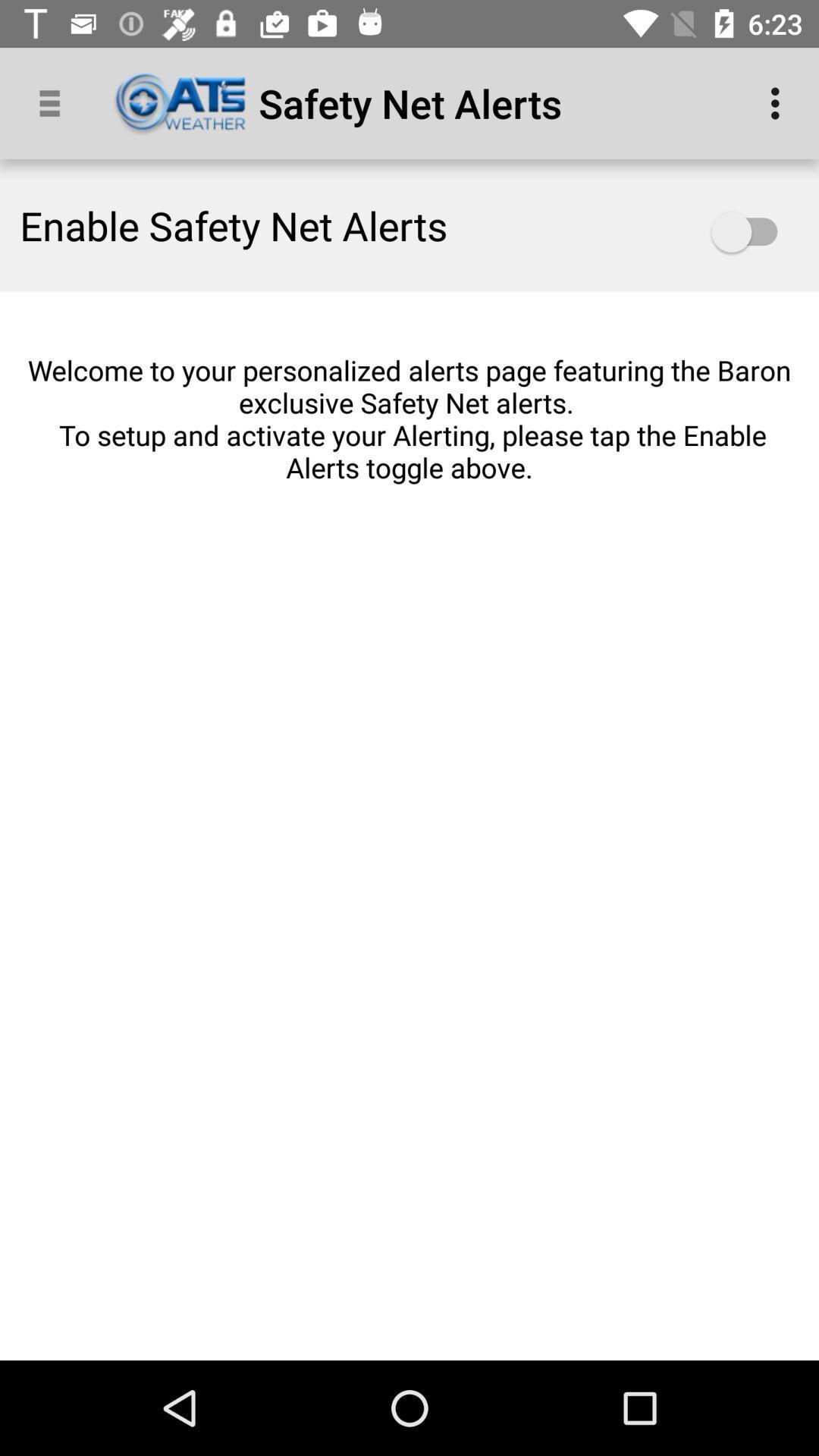 Image resolution: width=819 pixels, height=1456 pixels. I want to click on the icon above the enable safety net icon, so click(55, 102).